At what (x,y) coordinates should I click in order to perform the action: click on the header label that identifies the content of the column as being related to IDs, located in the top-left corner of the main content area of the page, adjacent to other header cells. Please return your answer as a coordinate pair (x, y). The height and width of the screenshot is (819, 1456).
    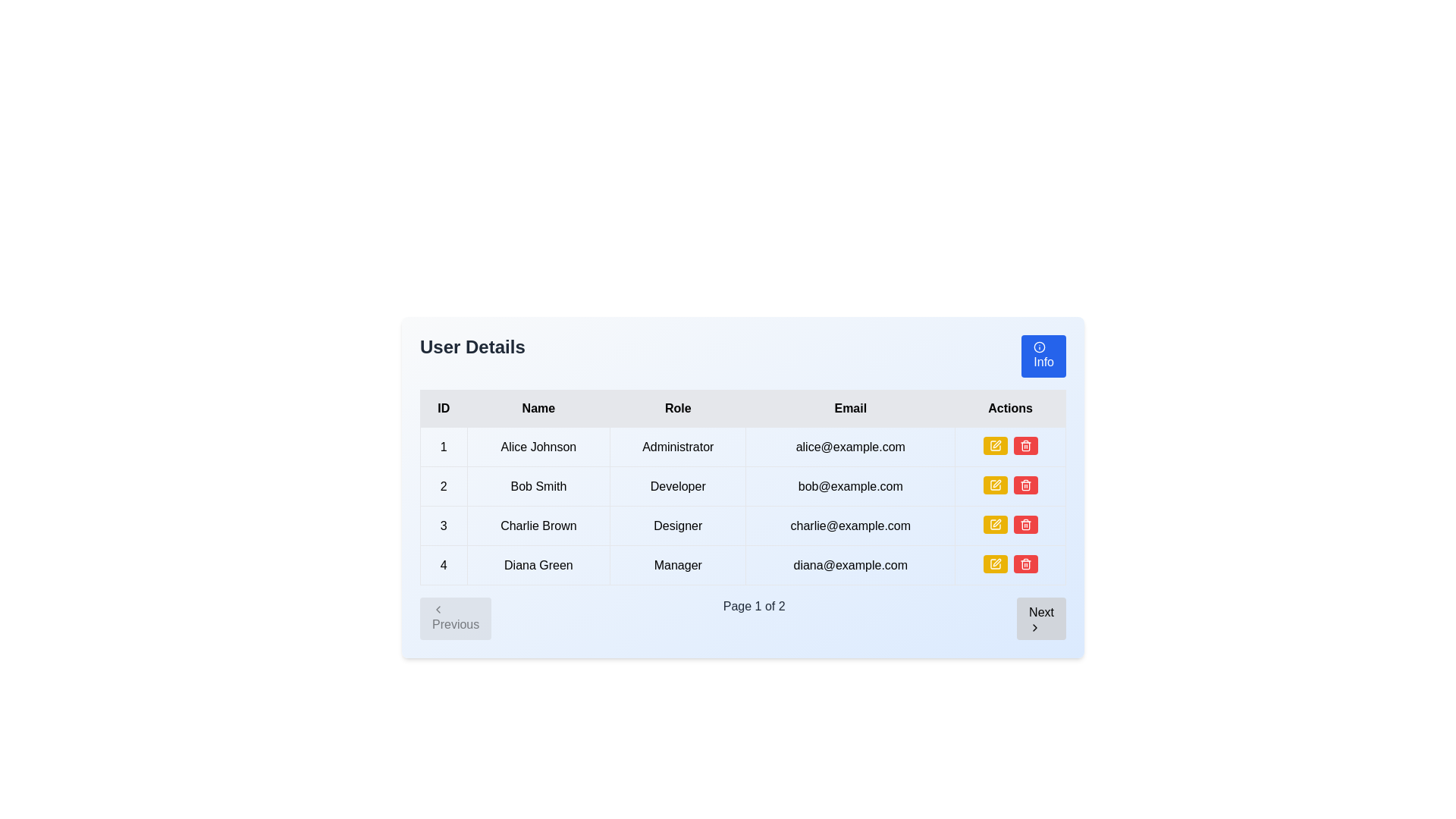
    Looking at the image, I should click on (443, 408).